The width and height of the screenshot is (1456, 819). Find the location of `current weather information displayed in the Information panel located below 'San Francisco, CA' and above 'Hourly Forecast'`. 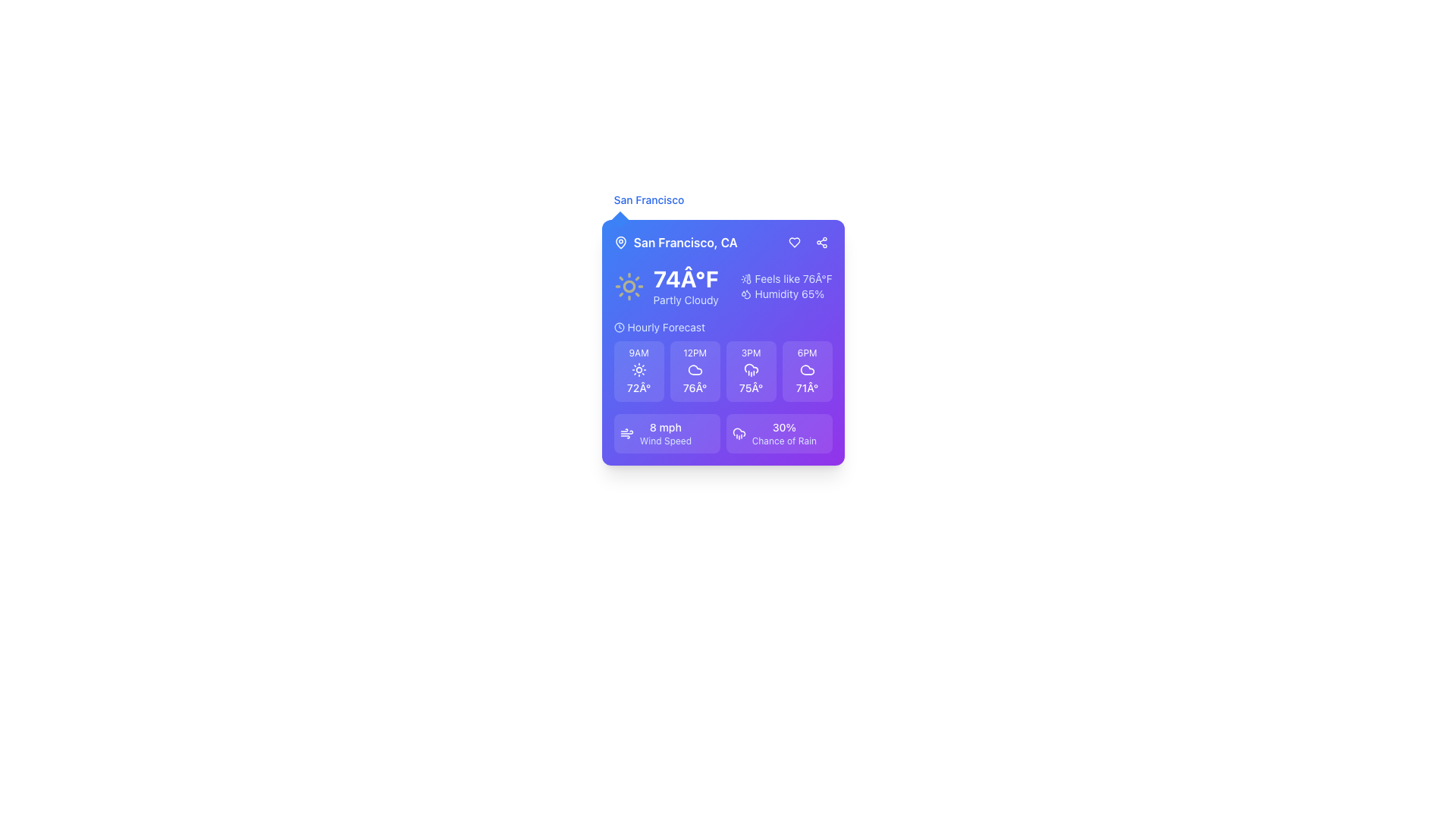

current weather information displayed in the Information panel located below 'San Francisco, CA' and above 'Hourly Forecast' is located at coordinates (722, 287).